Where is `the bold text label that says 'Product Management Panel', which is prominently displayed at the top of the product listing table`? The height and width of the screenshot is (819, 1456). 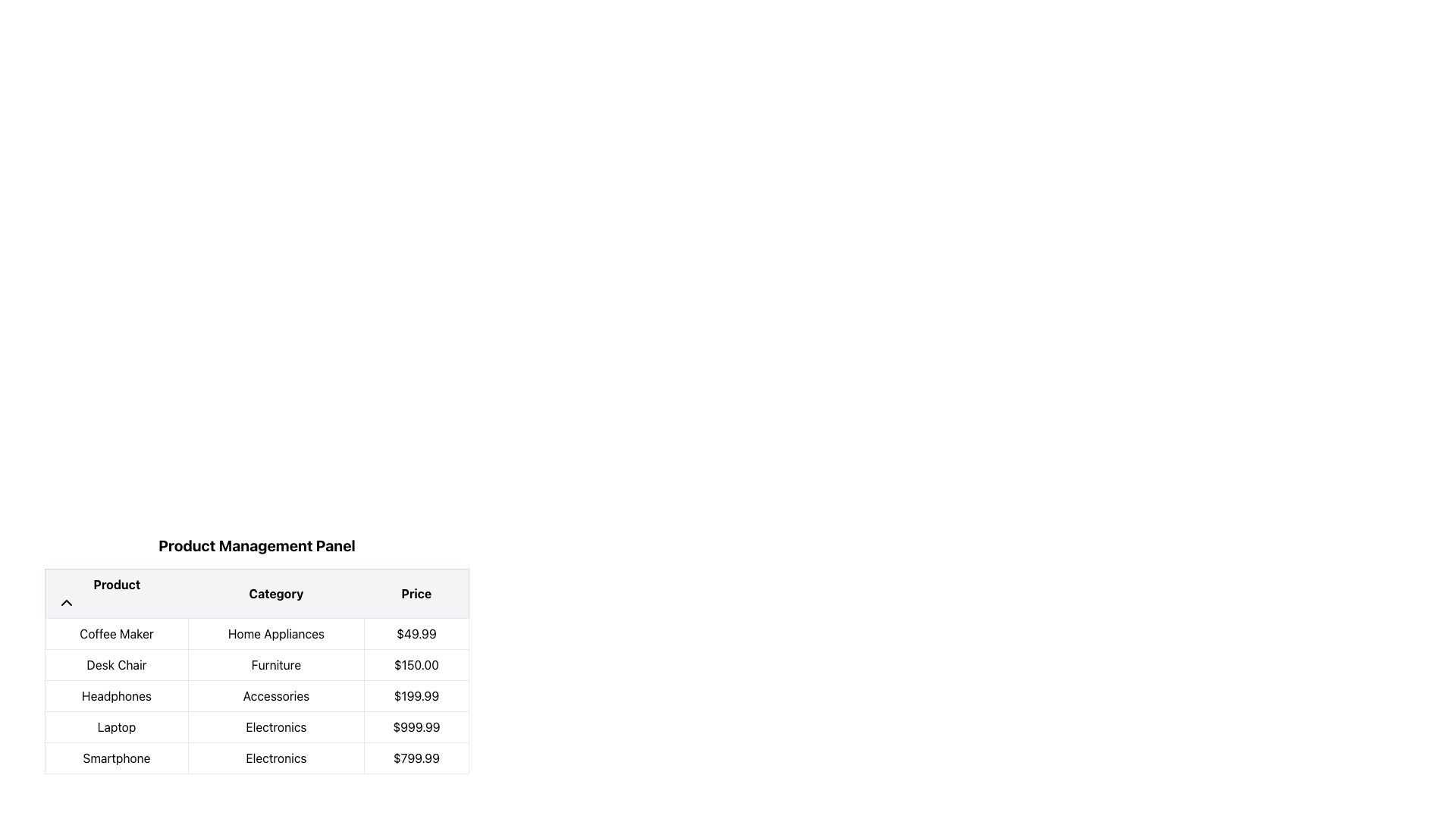 the bold text label that says 'Product Management Panel', which is prominently displayed at the top of the product listing table is located at coordinates (257, 546).